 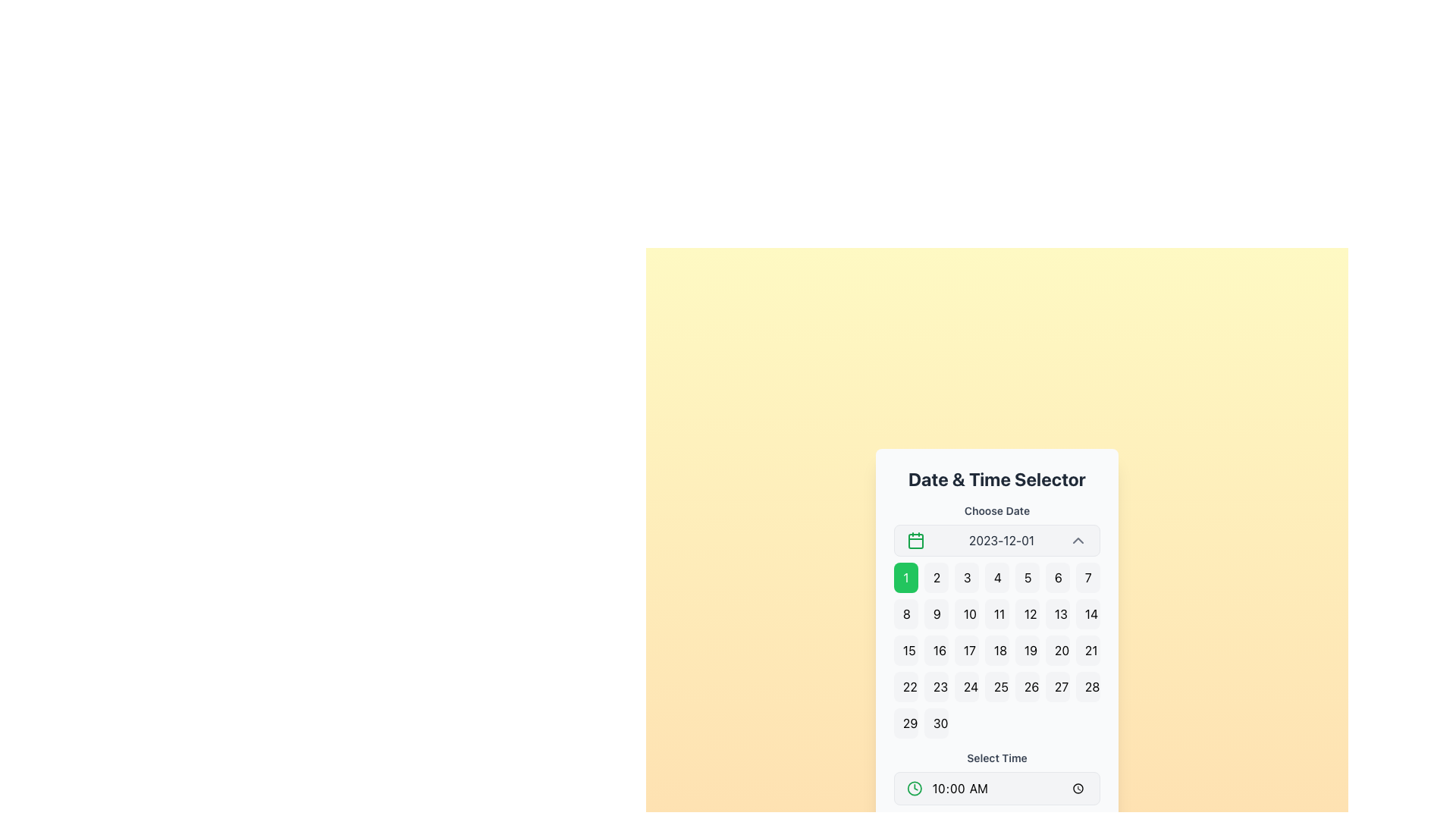 I want to click on the date selector button located in the bottom row, fourth column of the grid layout, so click(x=966, y=687).